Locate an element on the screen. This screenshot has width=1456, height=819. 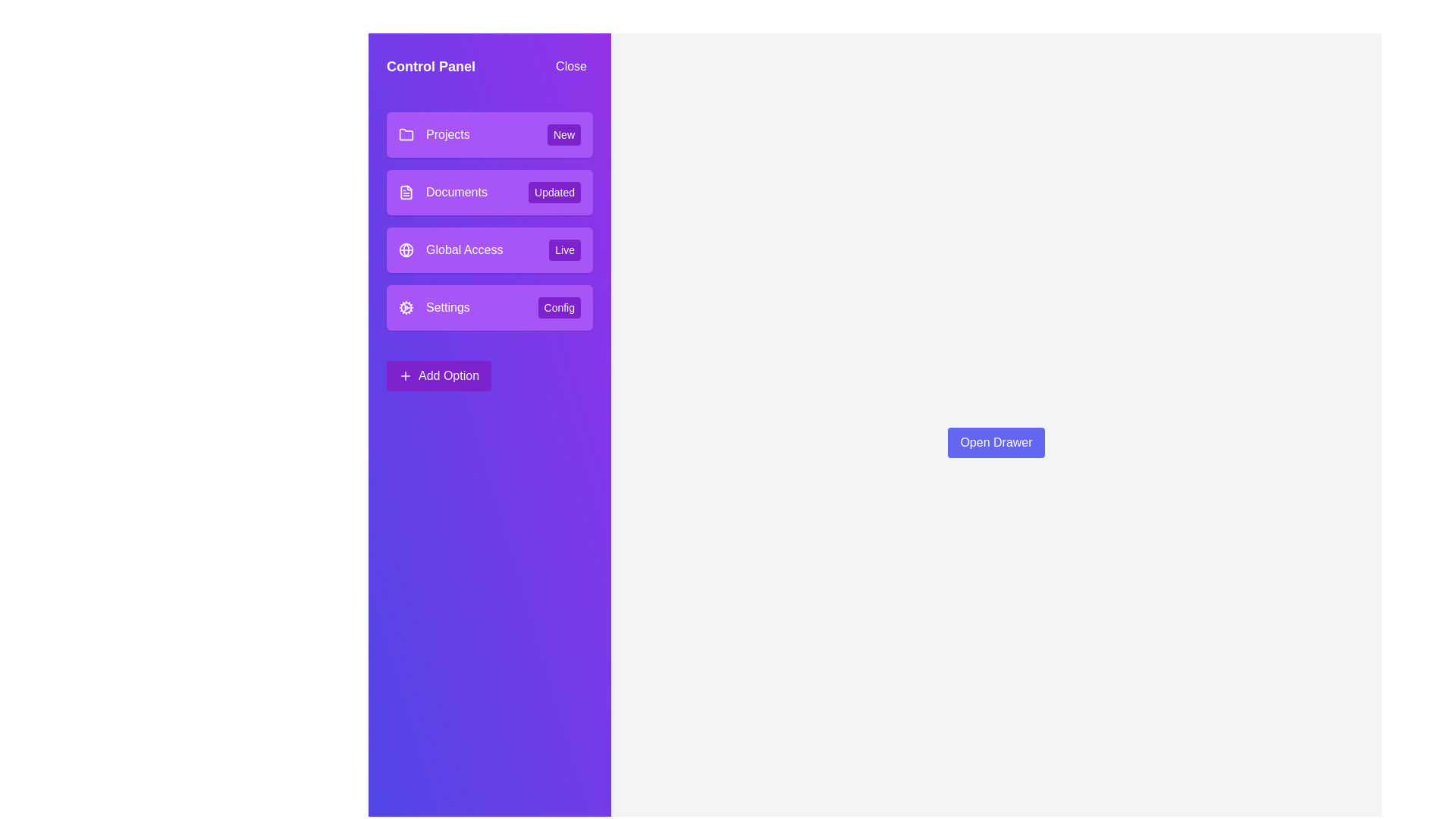
the menu item with the title Projects is located at coordinates (490, 133).